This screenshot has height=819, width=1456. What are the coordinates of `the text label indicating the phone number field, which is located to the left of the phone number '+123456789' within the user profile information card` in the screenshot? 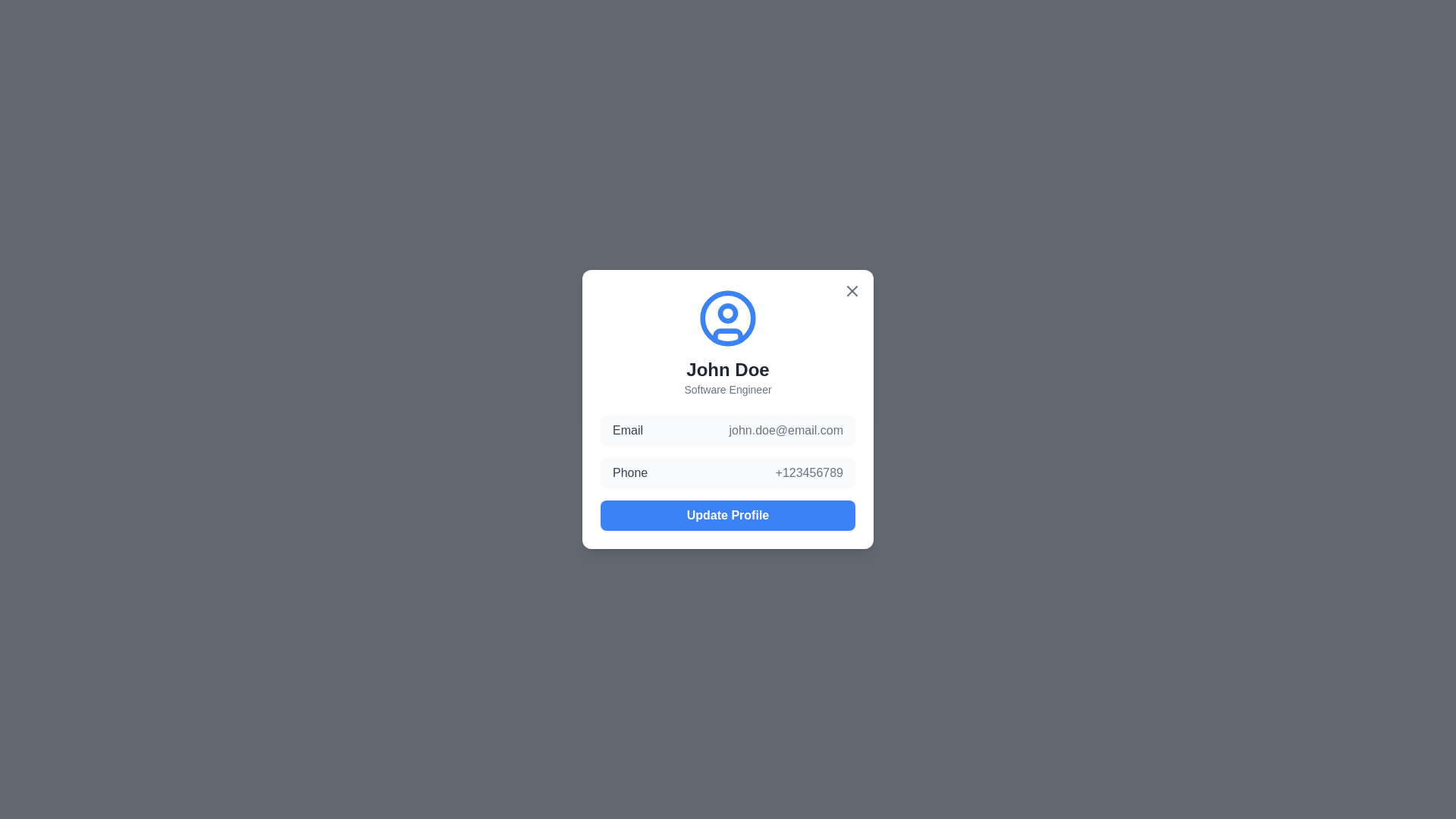 It's located at (630, 472).